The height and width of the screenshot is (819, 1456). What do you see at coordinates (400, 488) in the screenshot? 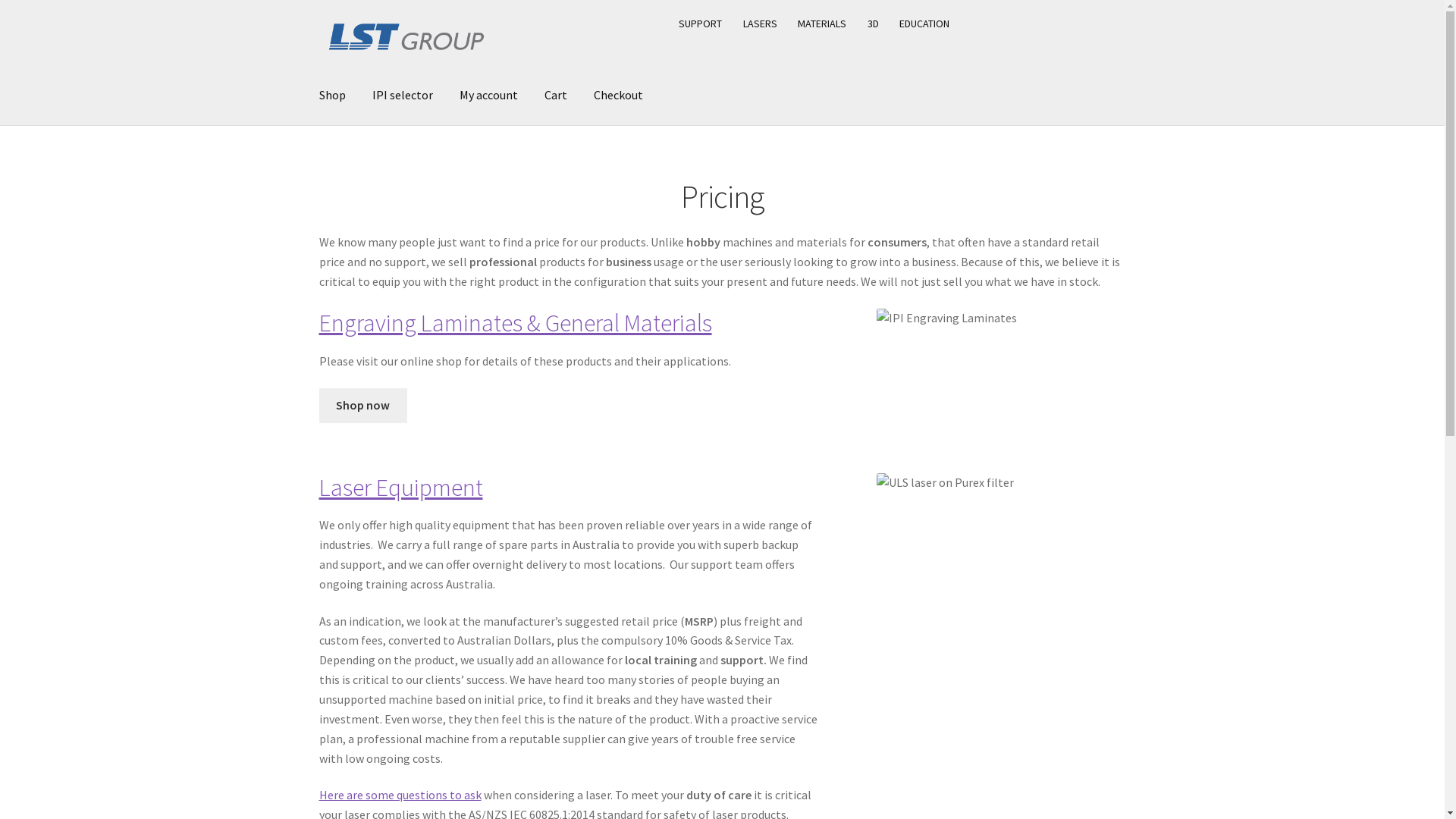
I see `'Laser Equipment'` at bounding box center [400, 488].